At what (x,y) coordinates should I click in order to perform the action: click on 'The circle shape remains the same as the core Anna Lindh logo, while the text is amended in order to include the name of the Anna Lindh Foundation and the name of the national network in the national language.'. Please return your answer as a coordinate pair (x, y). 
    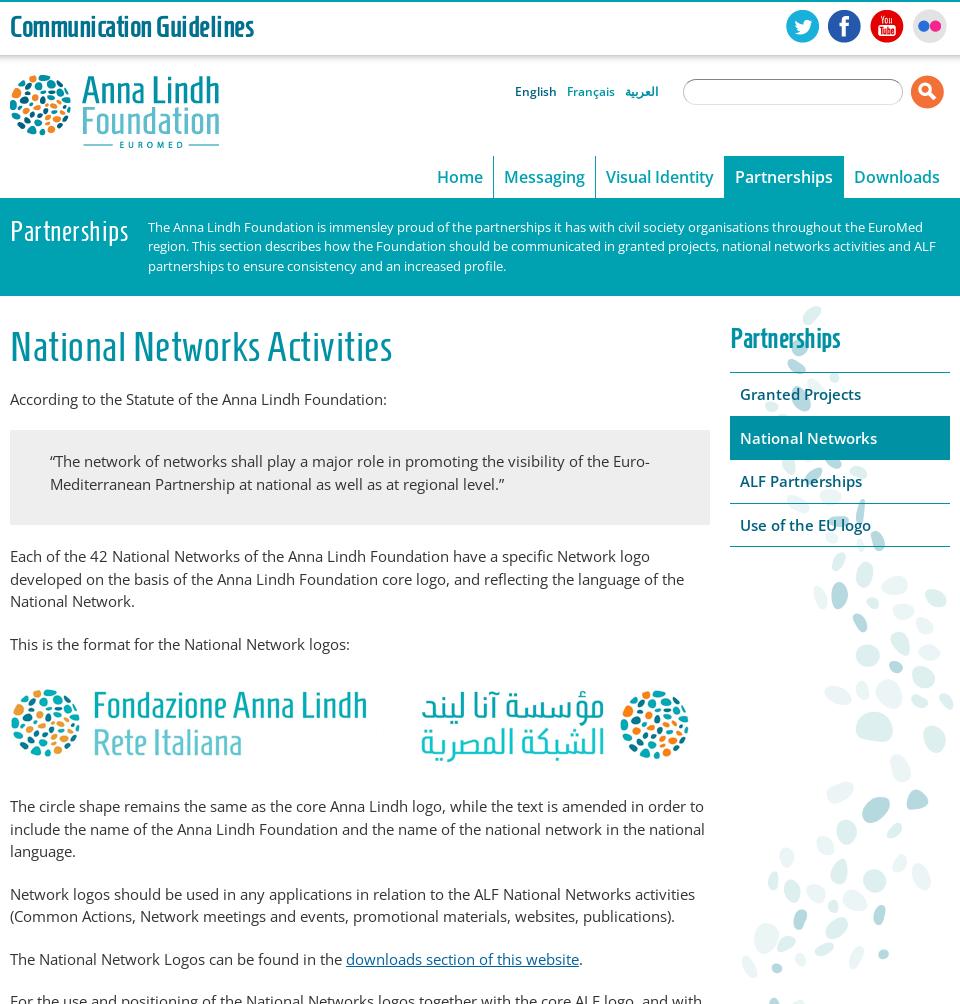
    Looking at the image, I should click on (357, 828).